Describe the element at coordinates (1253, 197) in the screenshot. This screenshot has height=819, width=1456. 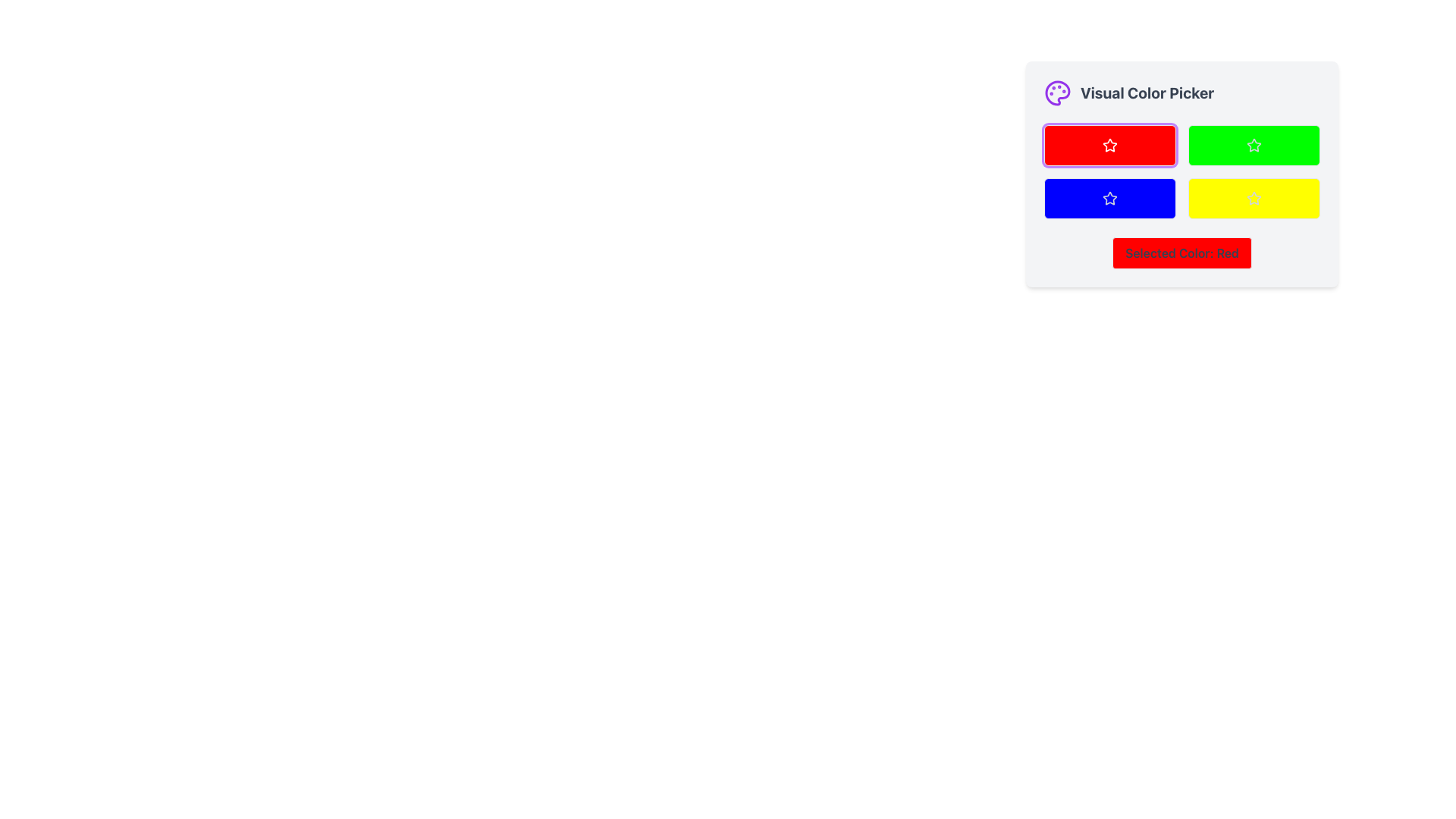
I see `the star icon in the bottom-right yellow button of the 2x2 button grid in the 'Visual Color Picker' section` at that location.